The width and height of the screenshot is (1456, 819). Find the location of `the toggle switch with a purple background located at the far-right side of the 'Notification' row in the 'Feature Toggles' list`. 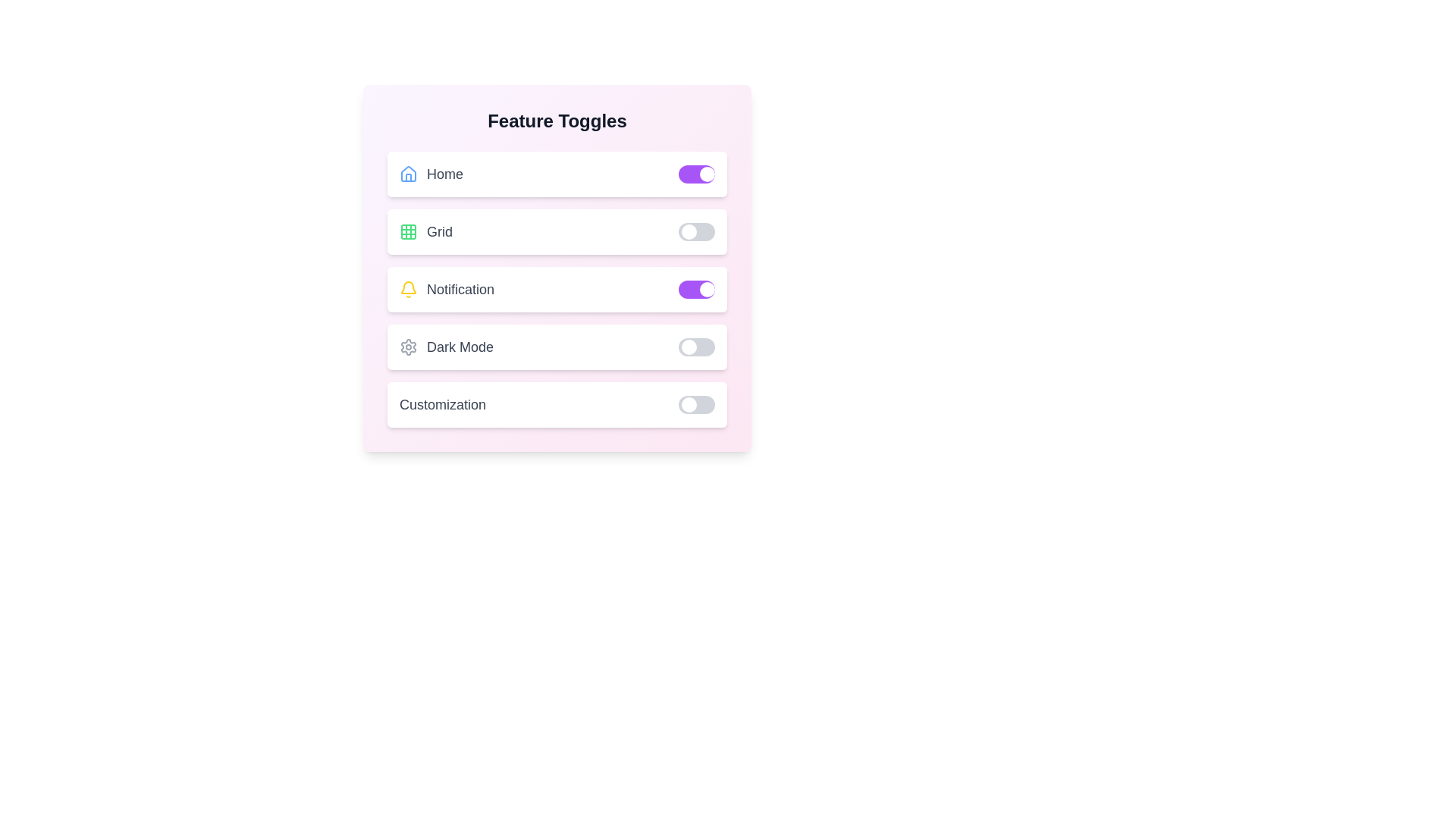

the toggle switch with a purple background located at the far-right side of the 'Notification' row in the 'Feature Toggles' list is located at coordinates (695, 289).